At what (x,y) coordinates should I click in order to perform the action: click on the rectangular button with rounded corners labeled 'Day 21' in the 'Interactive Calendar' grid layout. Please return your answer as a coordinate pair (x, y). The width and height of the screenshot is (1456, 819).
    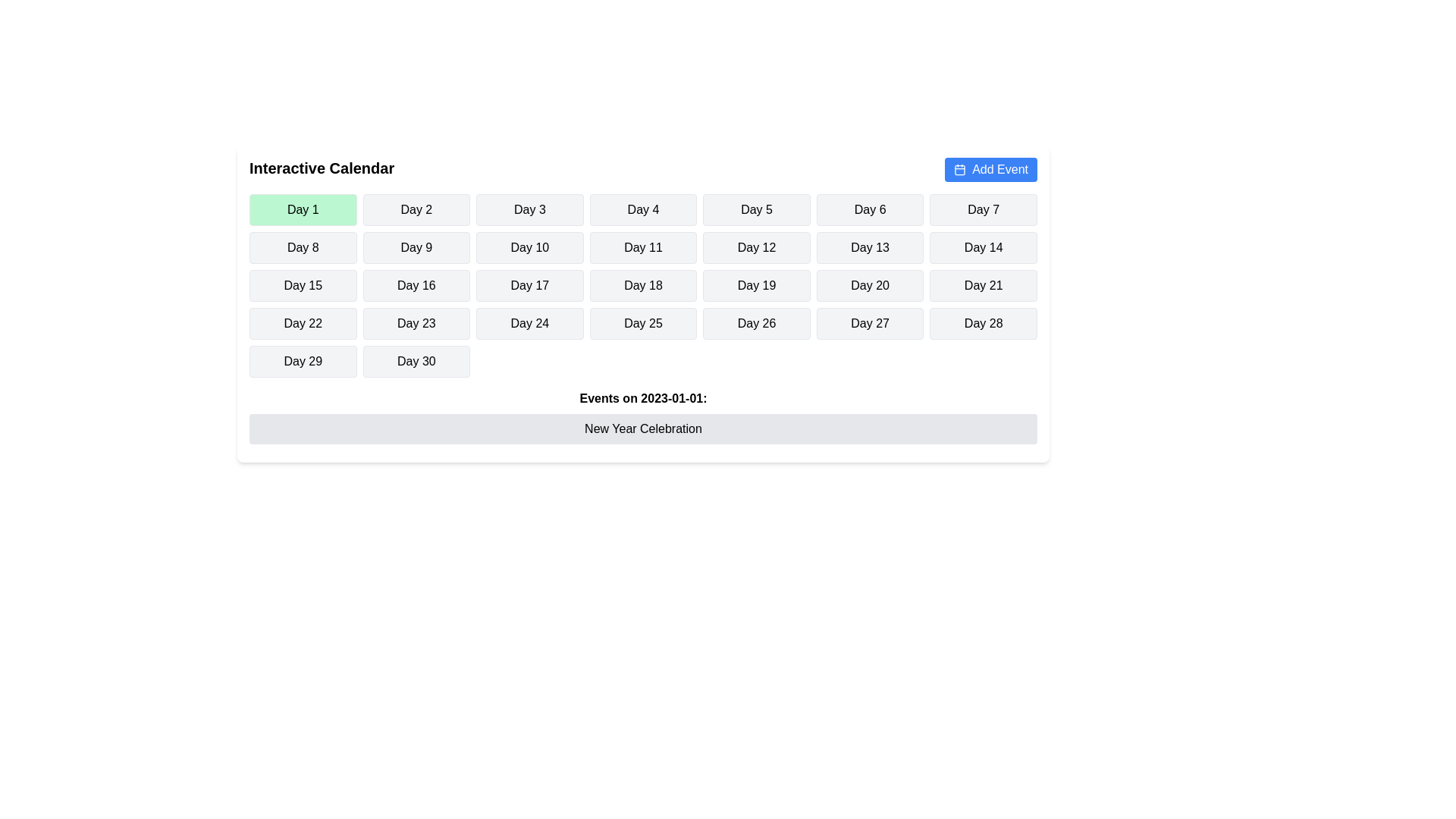
    Looking at the image, I should click on (984, 286).